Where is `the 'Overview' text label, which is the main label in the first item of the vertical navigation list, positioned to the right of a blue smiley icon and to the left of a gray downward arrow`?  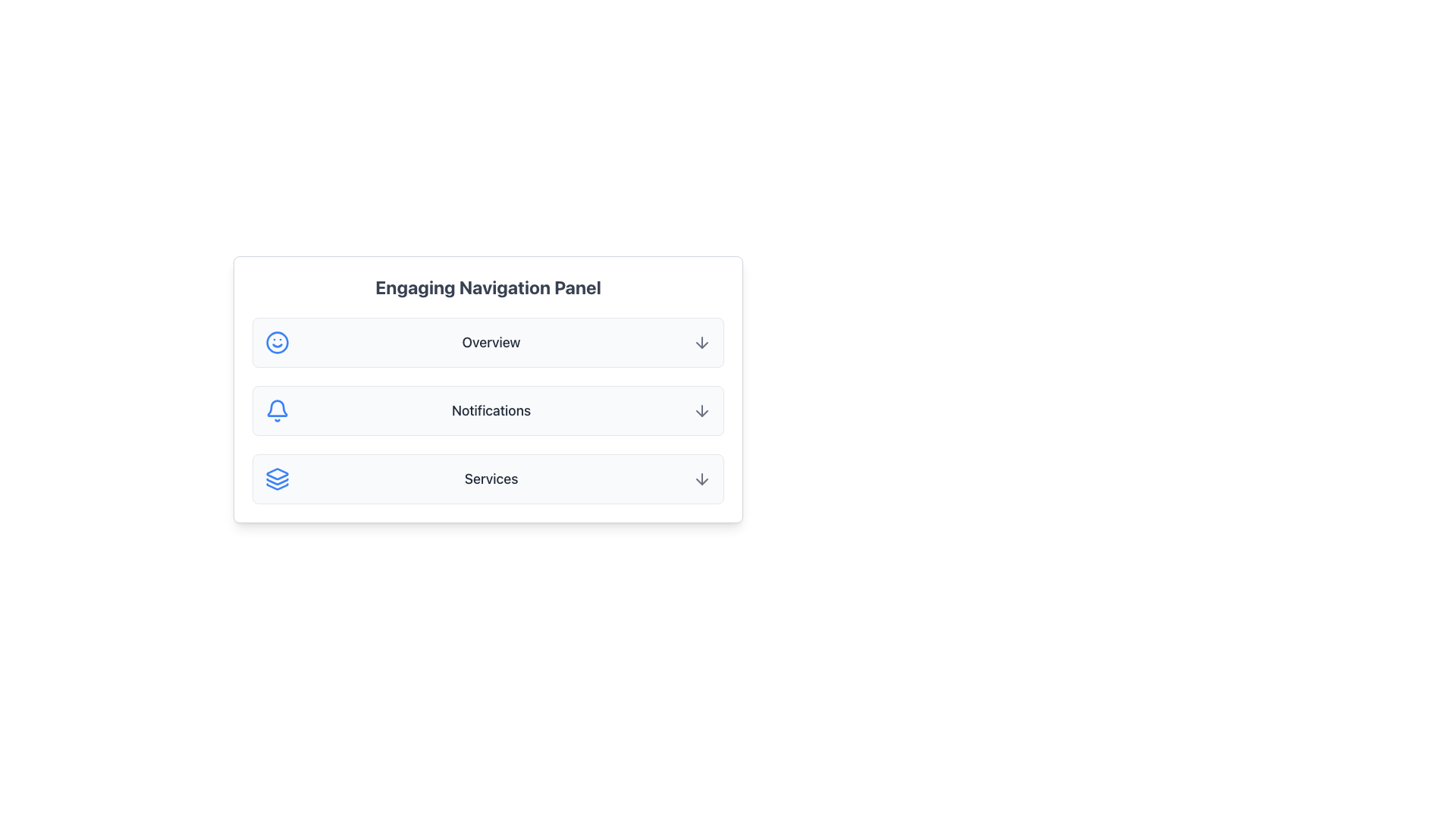 the 'Overview' text label, which is the main label in the first item of the vertical navigation list, positioned to the right of a blue smiley icon and to the left of a gray downward arrow is located at coordinates (491, 342).